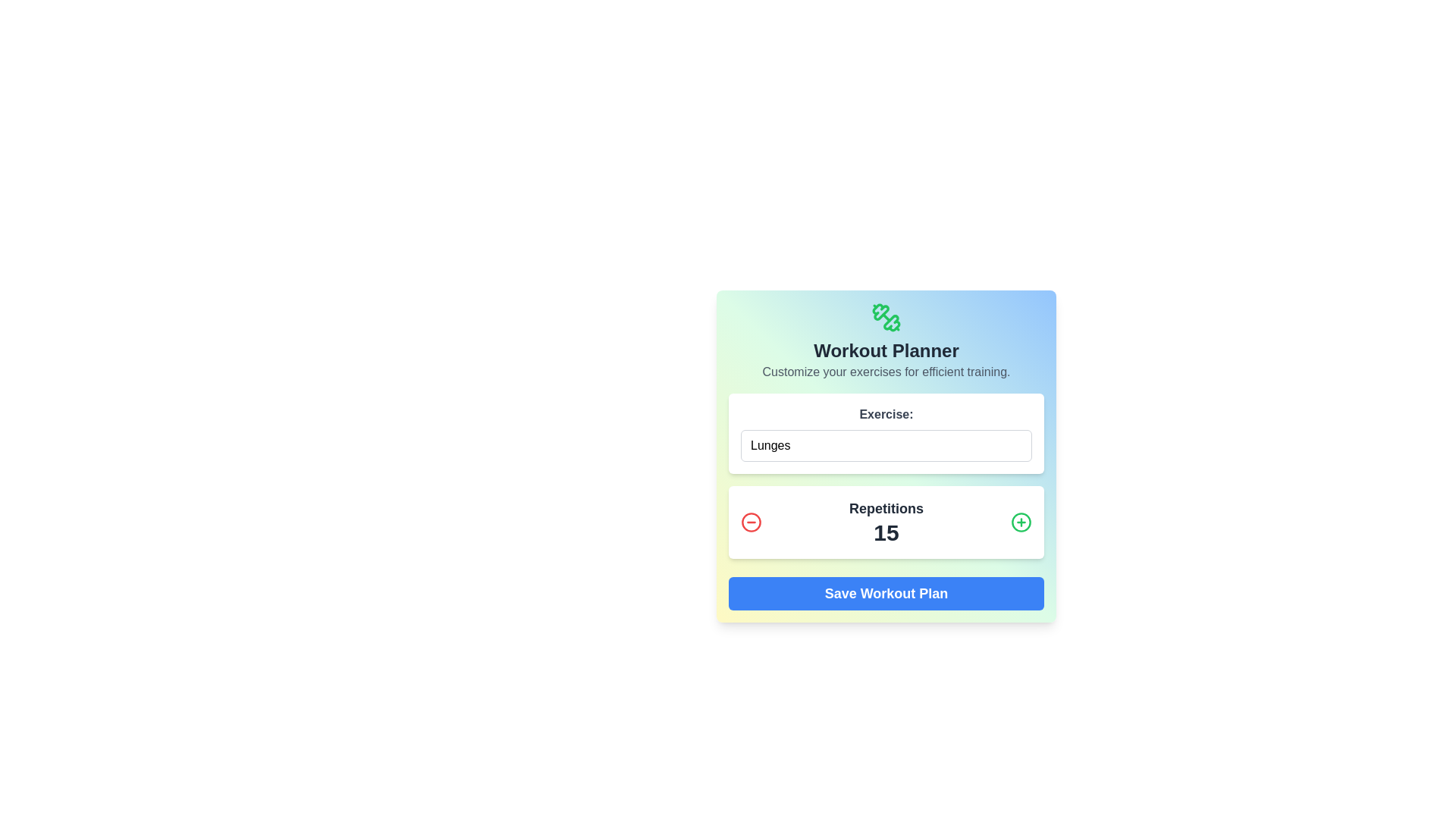 The height and width of the screenshot is (819, 1456). I want to click on the input field labeled 'Exercise:' to focus on the input box containing the prefilled value 'Lunges', so click(886, 433).